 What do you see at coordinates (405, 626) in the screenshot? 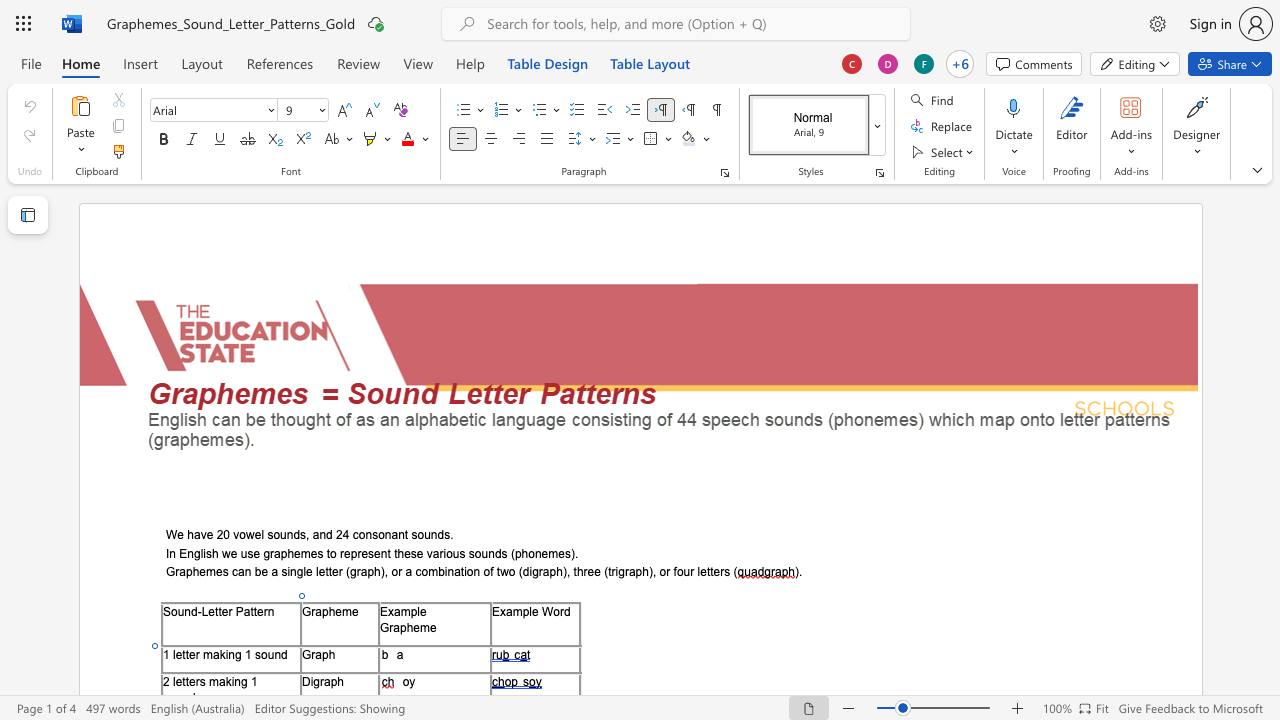
I see `the space between the continuous character "p" and "h" in the text` at bounding box center [405, 626].